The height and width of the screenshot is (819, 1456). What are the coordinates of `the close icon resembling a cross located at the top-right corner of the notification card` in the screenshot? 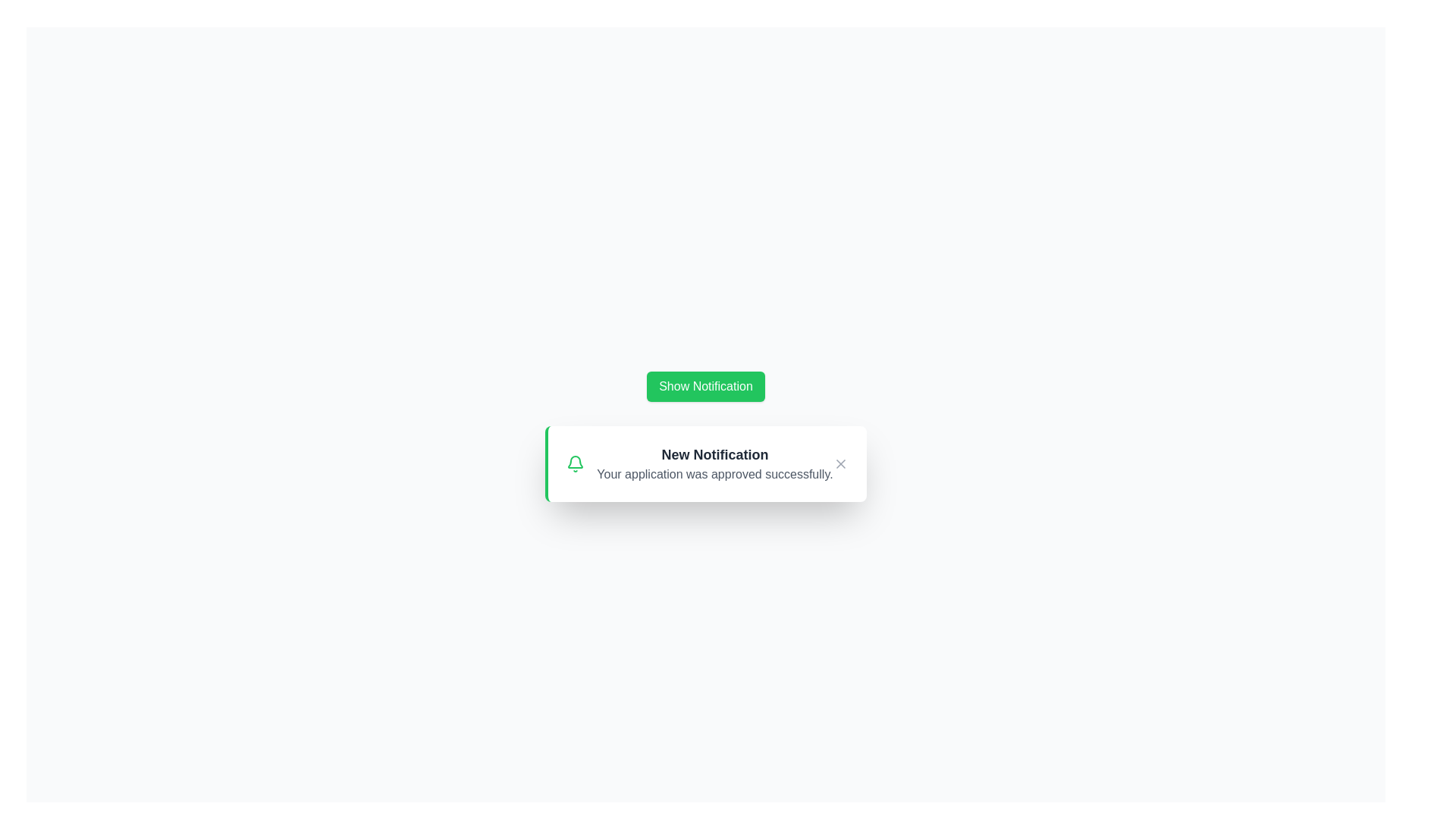 It's located at (839, 463).